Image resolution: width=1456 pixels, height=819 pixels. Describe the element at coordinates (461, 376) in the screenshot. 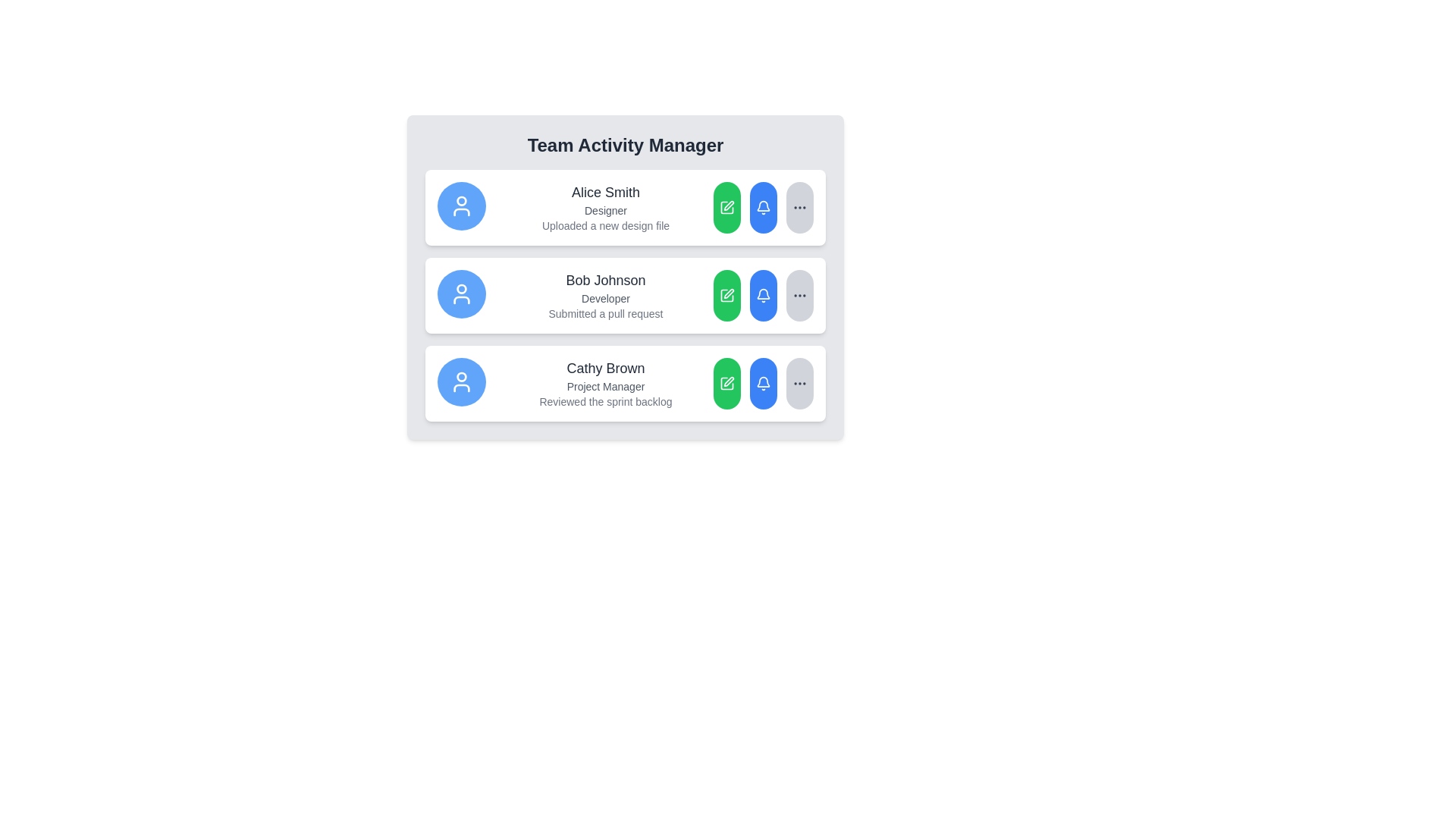

I see `the circular graphical representation of the user profile icon for 'Cathy Brown', located in the third row of the interface` at that location.